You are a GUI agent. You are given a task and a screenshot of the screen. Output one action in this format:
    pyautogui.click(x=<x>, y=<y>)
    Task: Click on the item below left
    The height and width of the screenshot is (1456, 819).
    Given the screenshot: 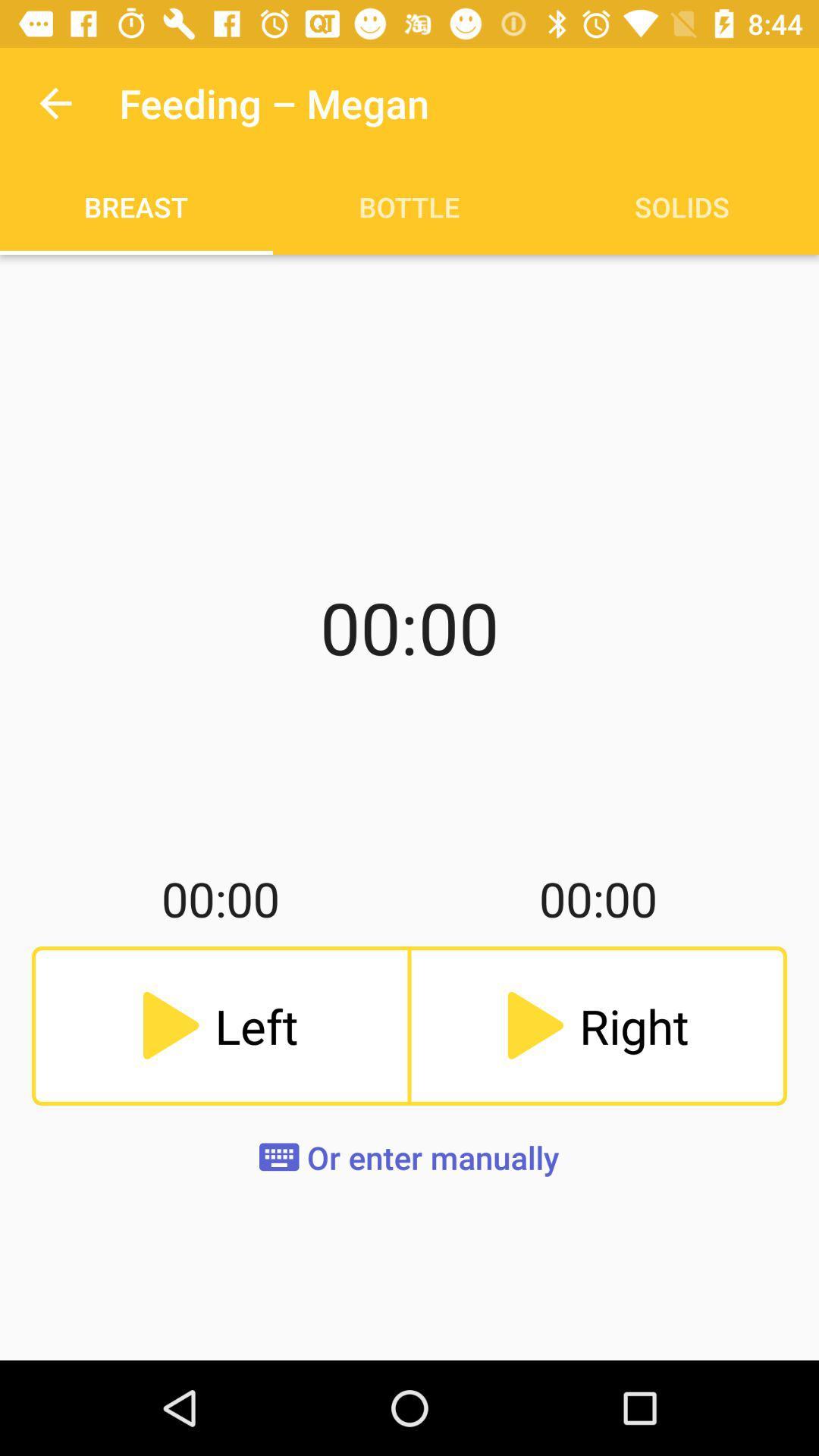 What is the action you would take?
    pyautogui.click(x=408, y=1156)
    